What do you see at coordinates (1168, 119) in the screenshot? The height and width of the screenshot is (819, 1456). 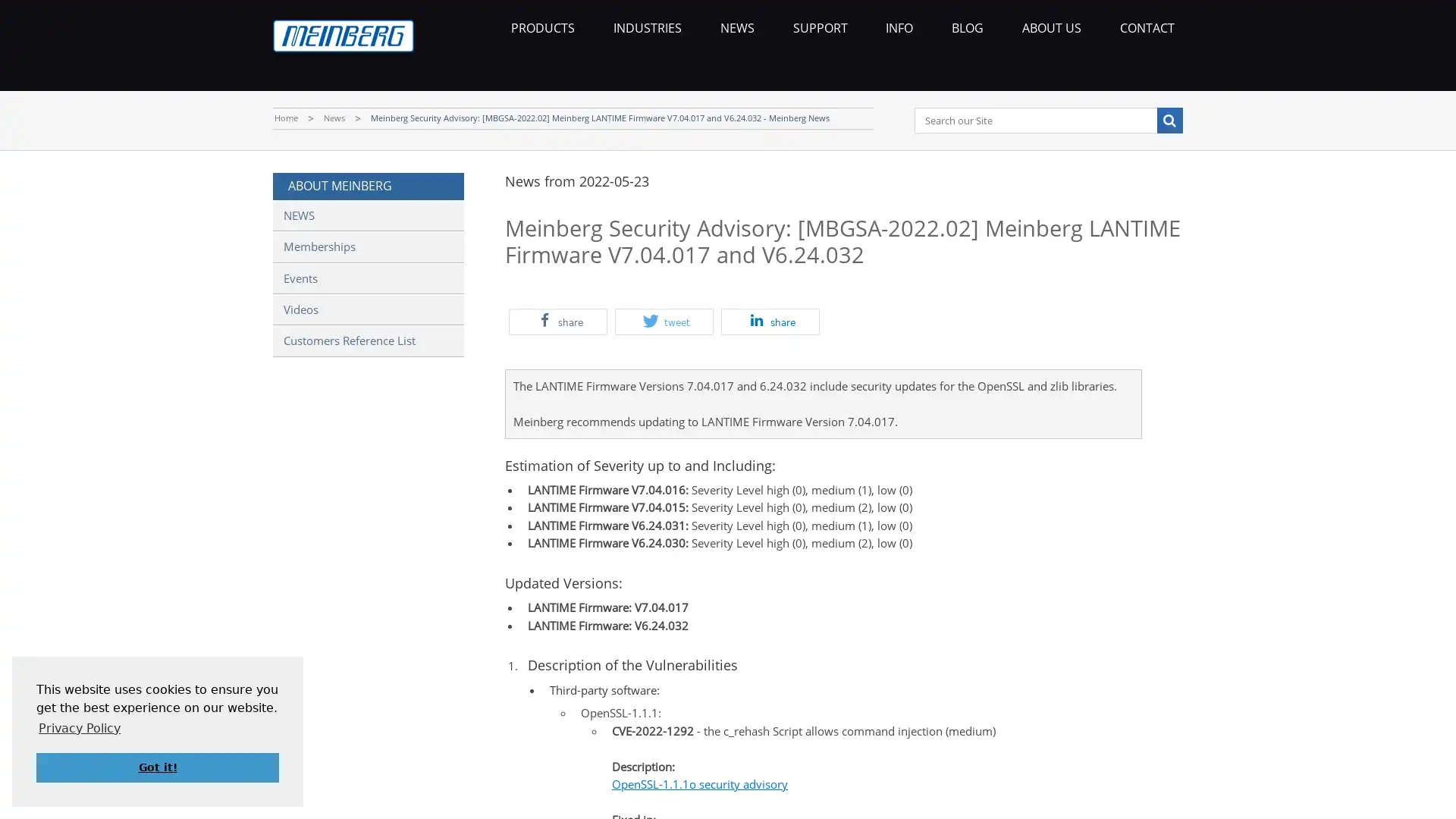 I see `Search` at bounding box center [1168, 119].